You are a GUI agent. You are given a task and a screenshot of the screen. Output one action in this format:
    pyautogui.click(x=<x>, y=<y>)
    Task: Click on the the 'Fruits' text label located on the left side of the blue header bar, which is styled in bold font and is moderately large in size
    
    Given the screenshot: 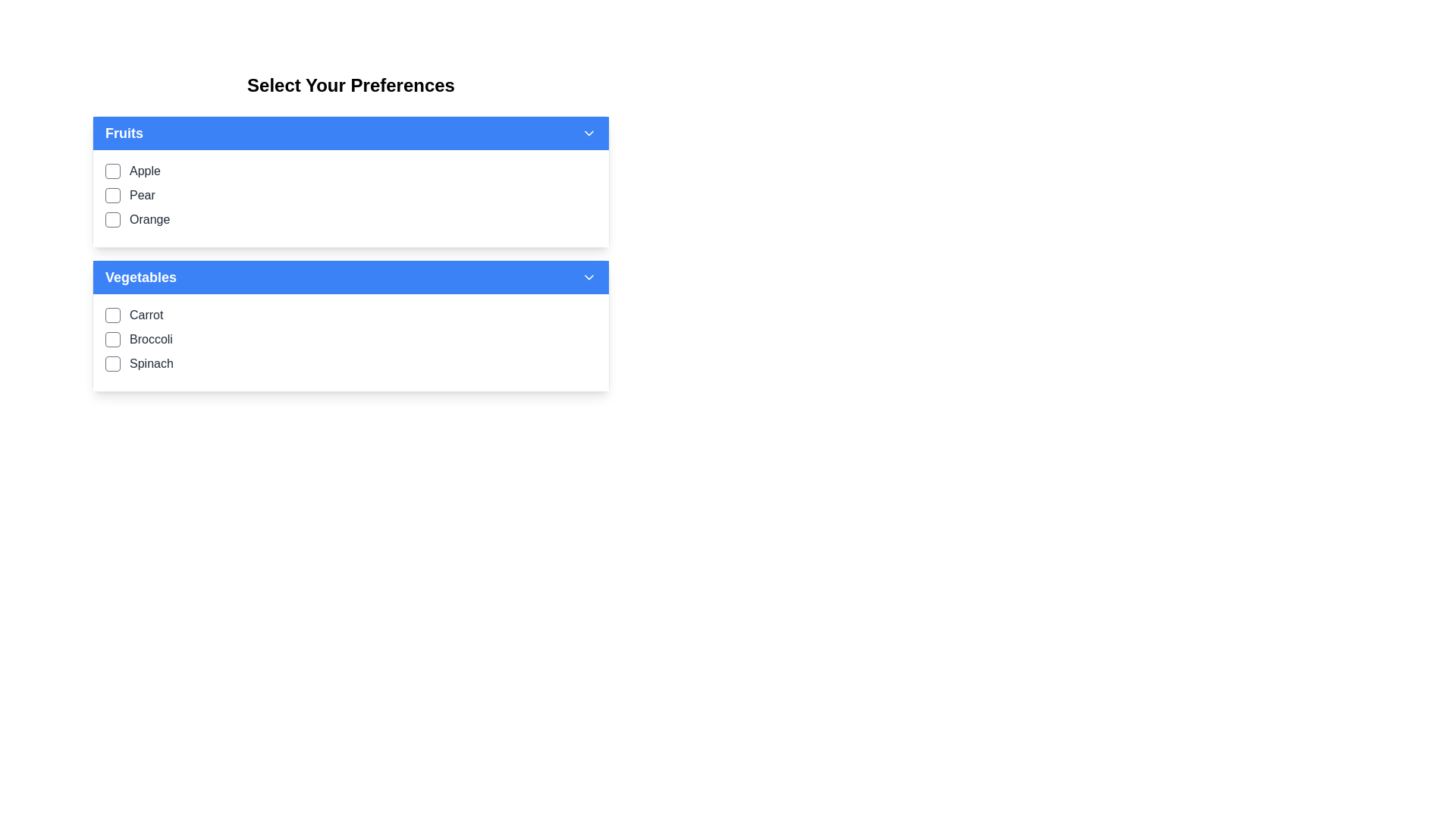 What is the action you would take?
    pyautogui.click(x=124, y=133)
    